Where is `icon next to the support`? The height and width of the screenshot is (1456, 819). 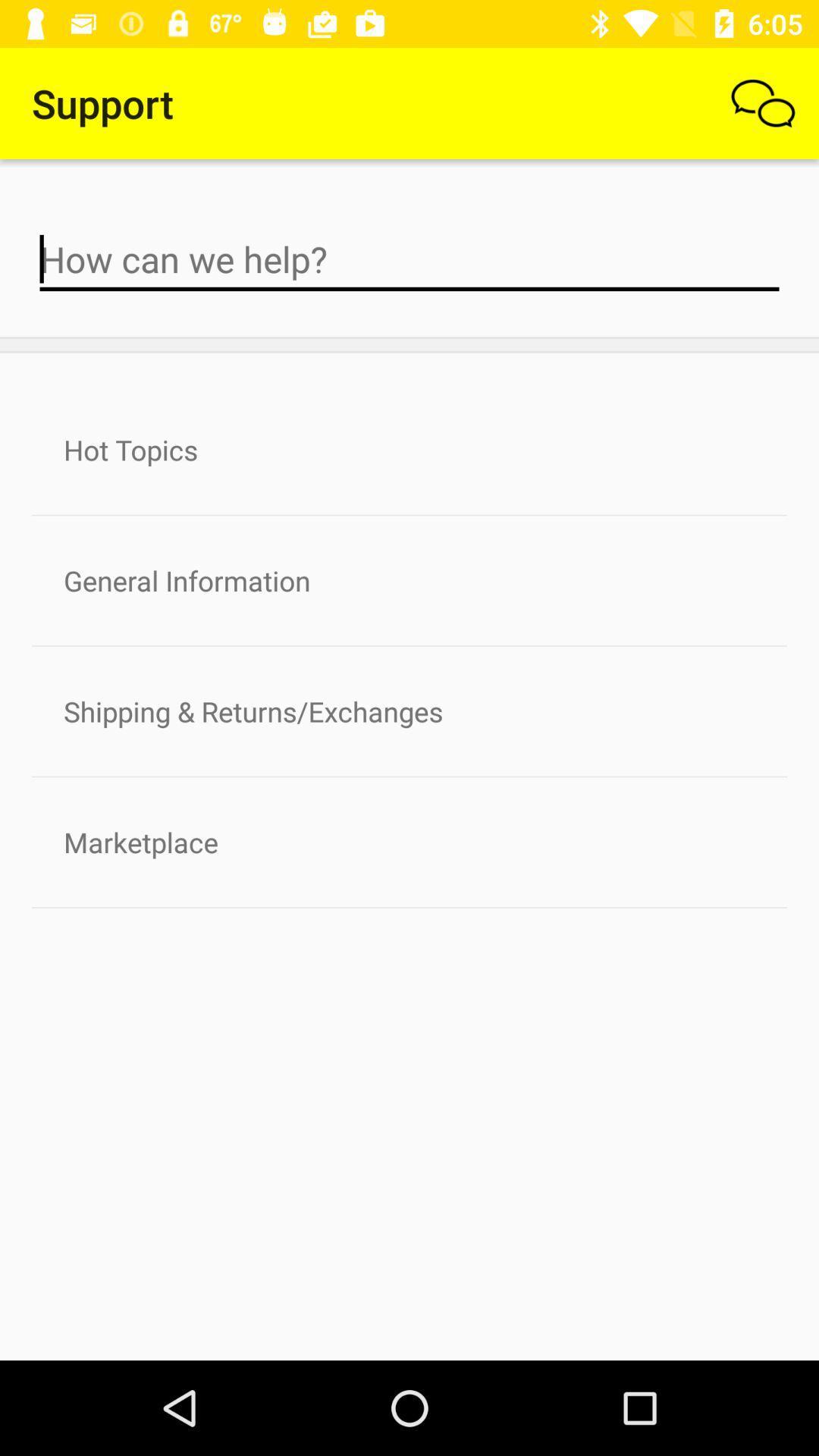 icon next to the support is located at coordinates (763, 102).